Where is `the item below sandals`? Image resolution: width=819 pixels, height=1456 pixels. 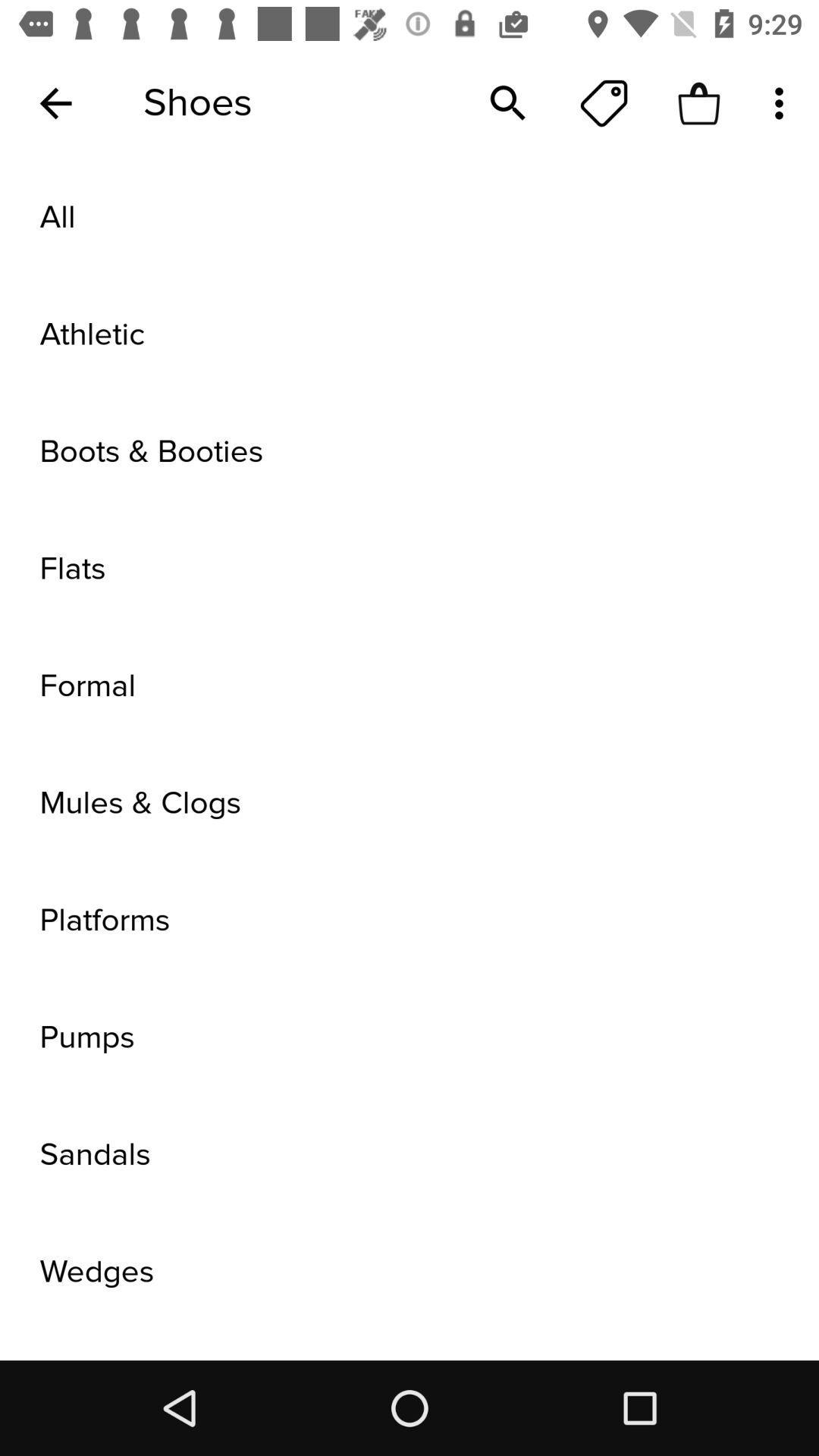 the item below sandals is located at coordinates (409, 1272).